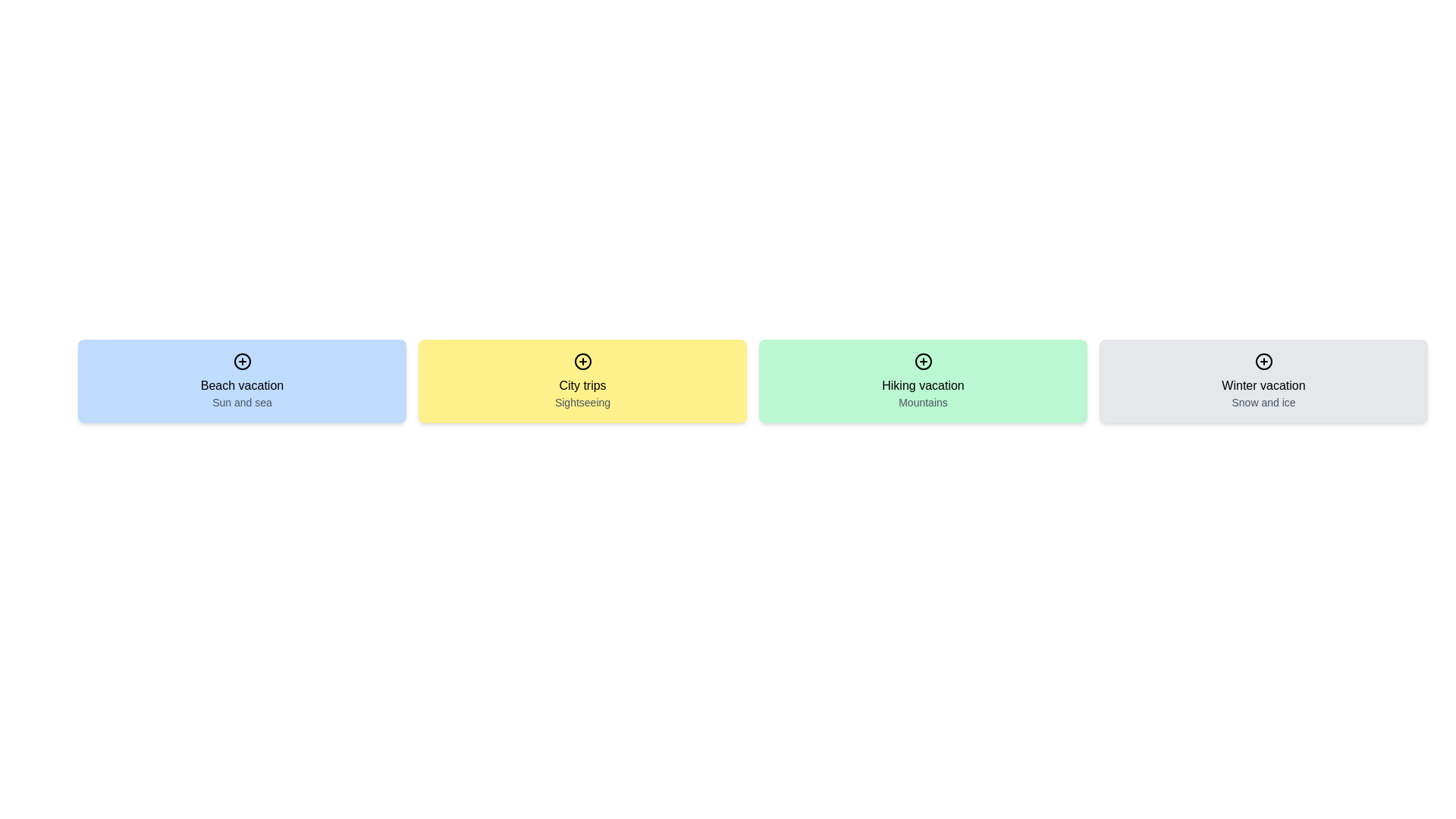 The width and height of the screenshot is (1456, 819). What do you see at coordinates (922, 380) in the screenshot?
I see `the light green button labeled 'Hiking vacation' with a plus sign icon` at bounding box center [922, 380].